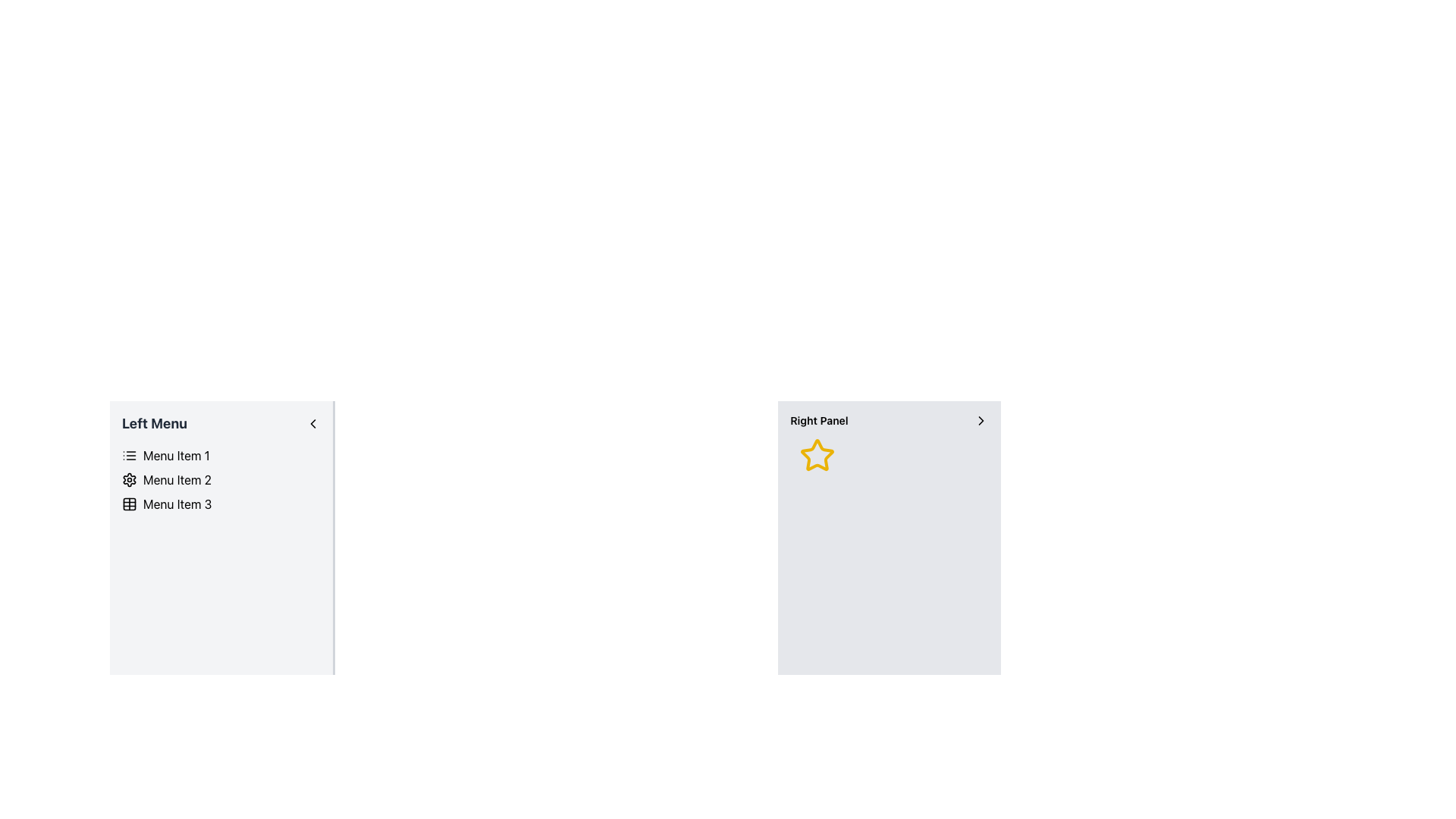 The height and width of the screenshot is (819, 1456). What do you see at coordinates (312, 424) in the screenshot?
I see `the left-pointing chevron icon in the top-right corner of the 'Left Menu' section` at bounding box center [312, 424].